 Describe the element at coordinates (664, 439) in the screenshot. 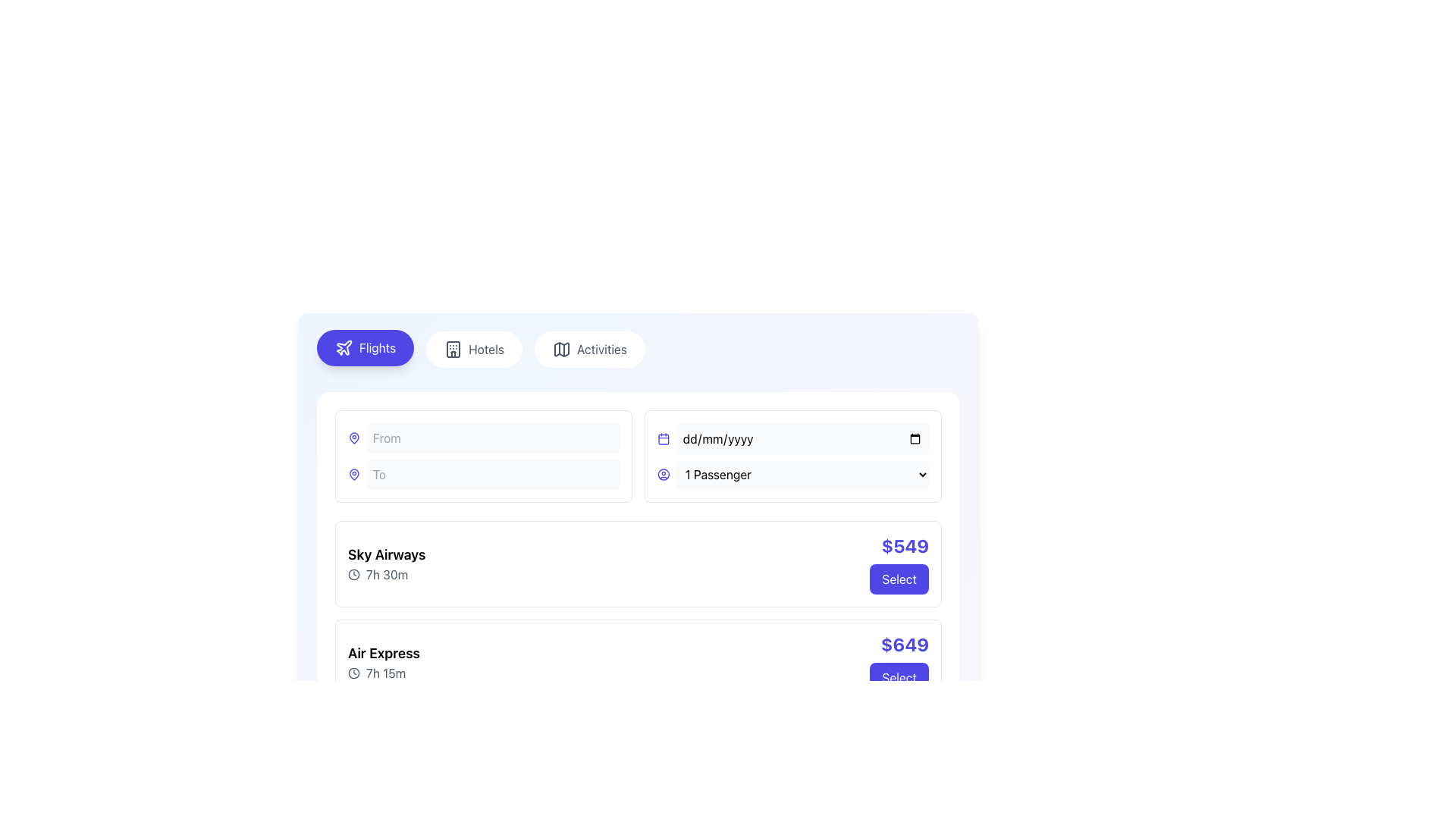

I see `the graphical sub-element of the calendar icon located to the right of the 'dd/mm/yyyy' input field` at that location.